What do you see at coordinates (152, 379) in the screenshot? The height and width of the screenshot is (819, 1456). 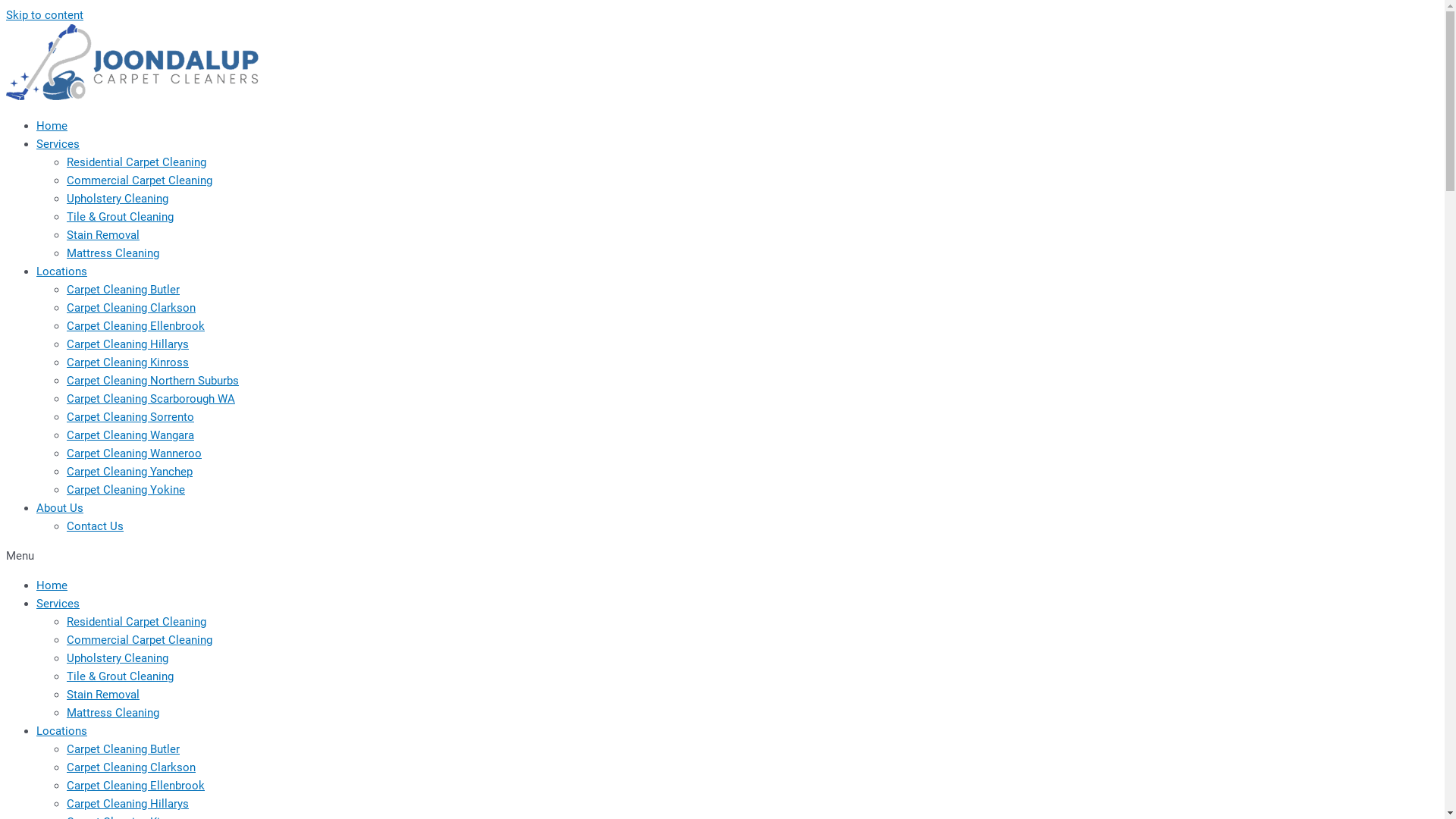 I see `'Carpet Cleaning Northern Suburbs'` at bounding box center [152, 379].